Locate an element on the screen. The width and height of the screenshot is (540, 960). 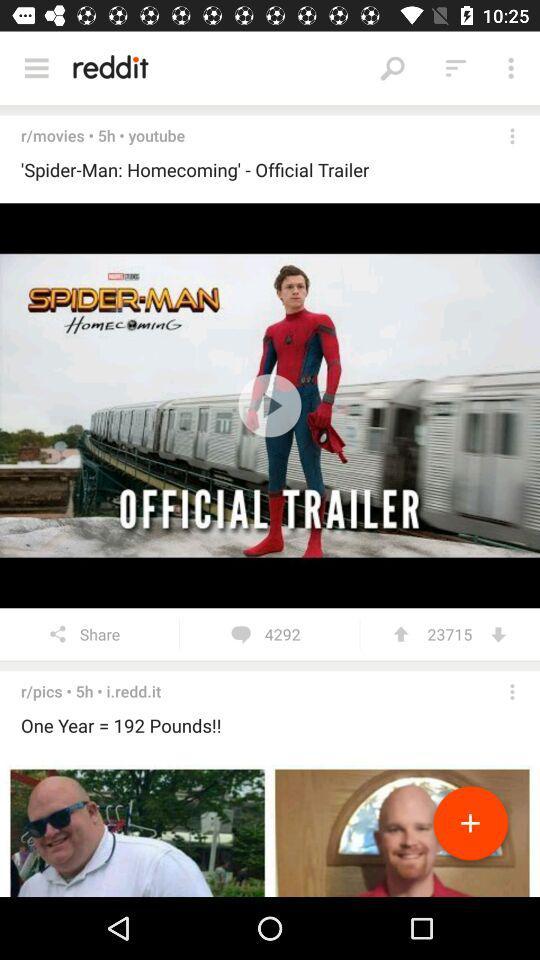
image view button is located at coordinates (270, 828).